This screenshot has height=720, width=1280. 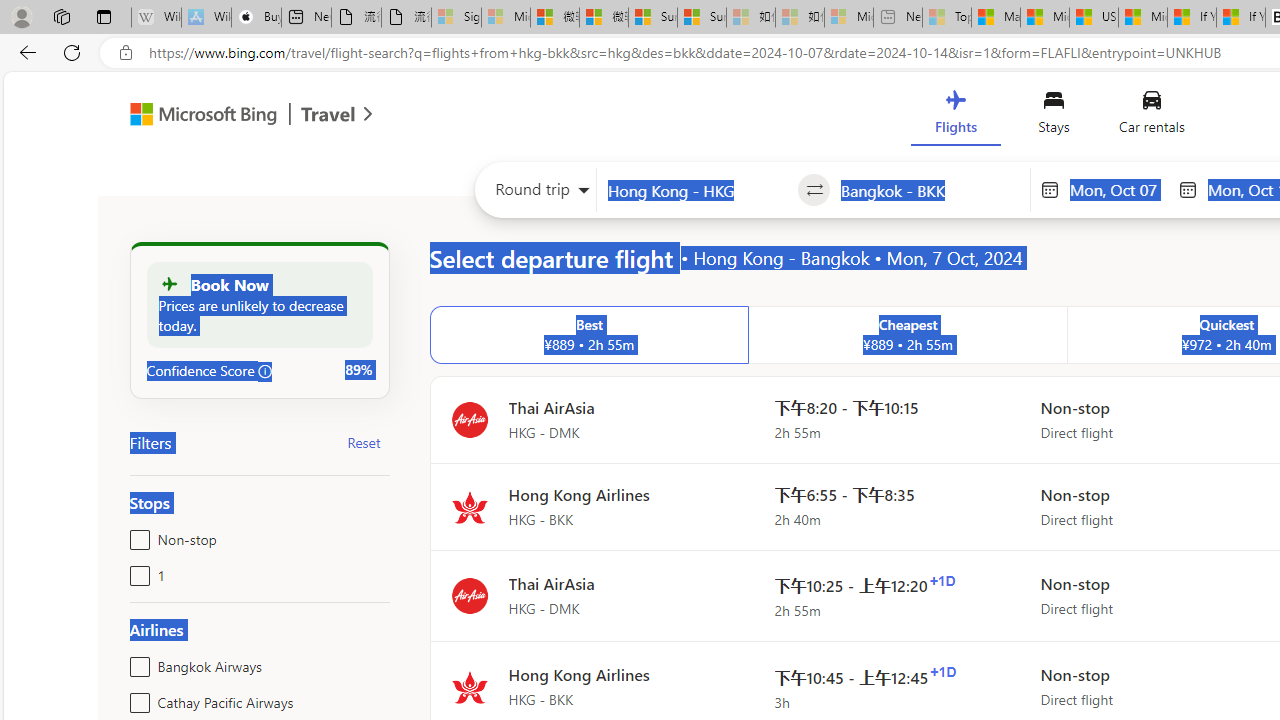 What do you see at coordinates (929, 190) in the screenshot?
I see `'Going to?'` at bounding box center [929, 190].